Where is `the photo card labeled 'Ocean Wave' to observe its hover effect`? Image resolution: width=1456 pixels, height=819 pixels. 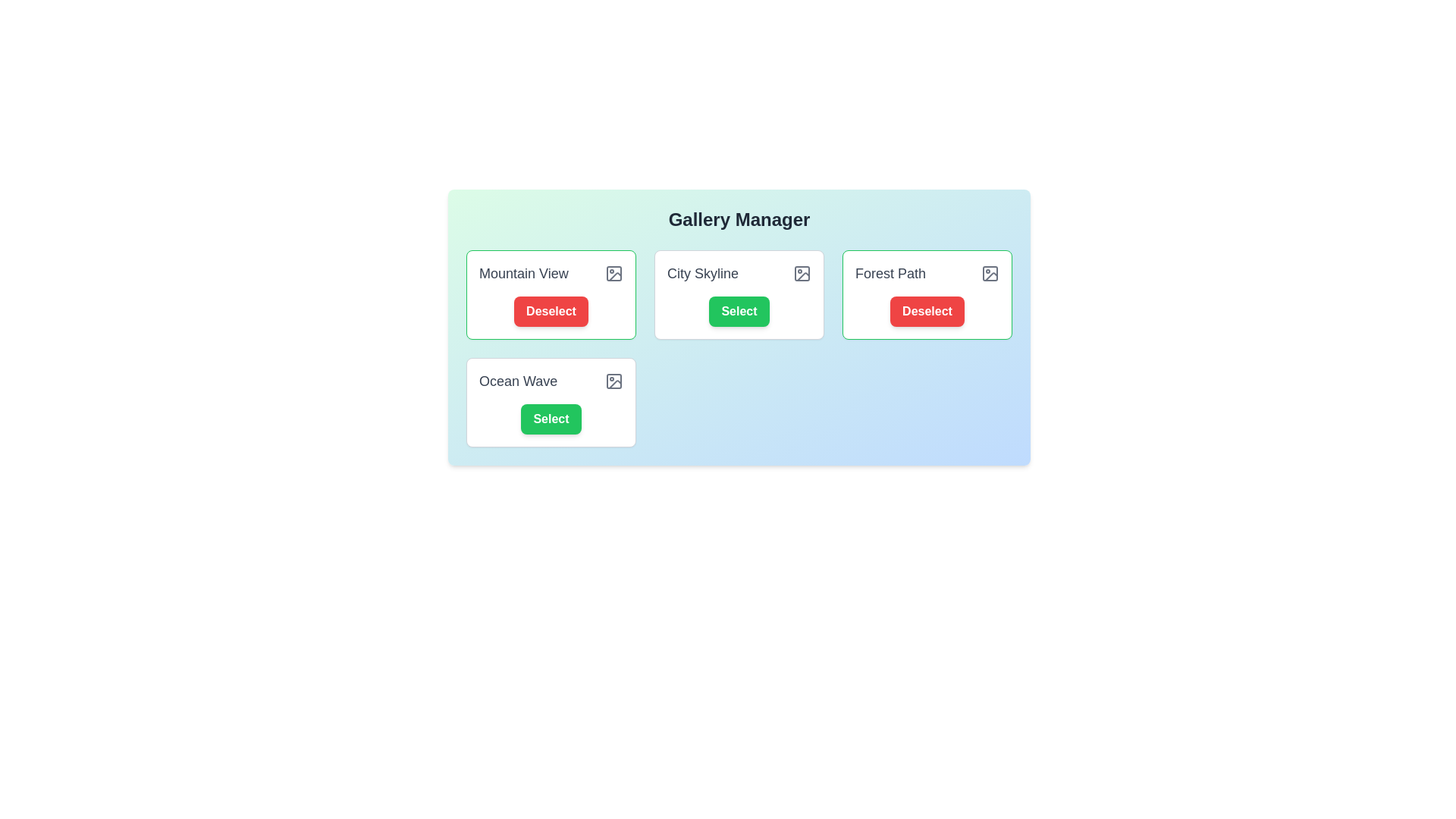
the photo card labeled 'Ocean Wave' to observe its hover effect is located at coordinates (550, 402).